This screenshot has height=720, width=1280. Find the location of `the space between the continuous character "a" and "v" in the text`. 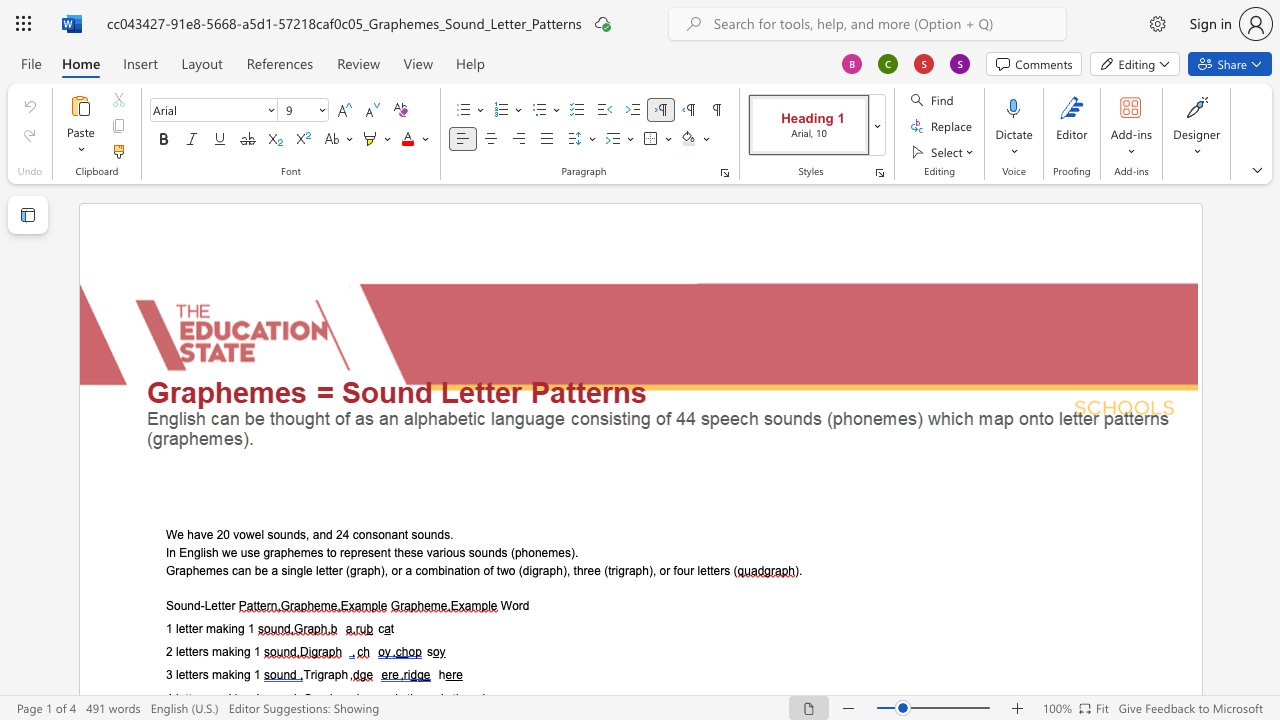

the space between the continuous character "a" and "v" in the text is located at coordinates (200, 534).